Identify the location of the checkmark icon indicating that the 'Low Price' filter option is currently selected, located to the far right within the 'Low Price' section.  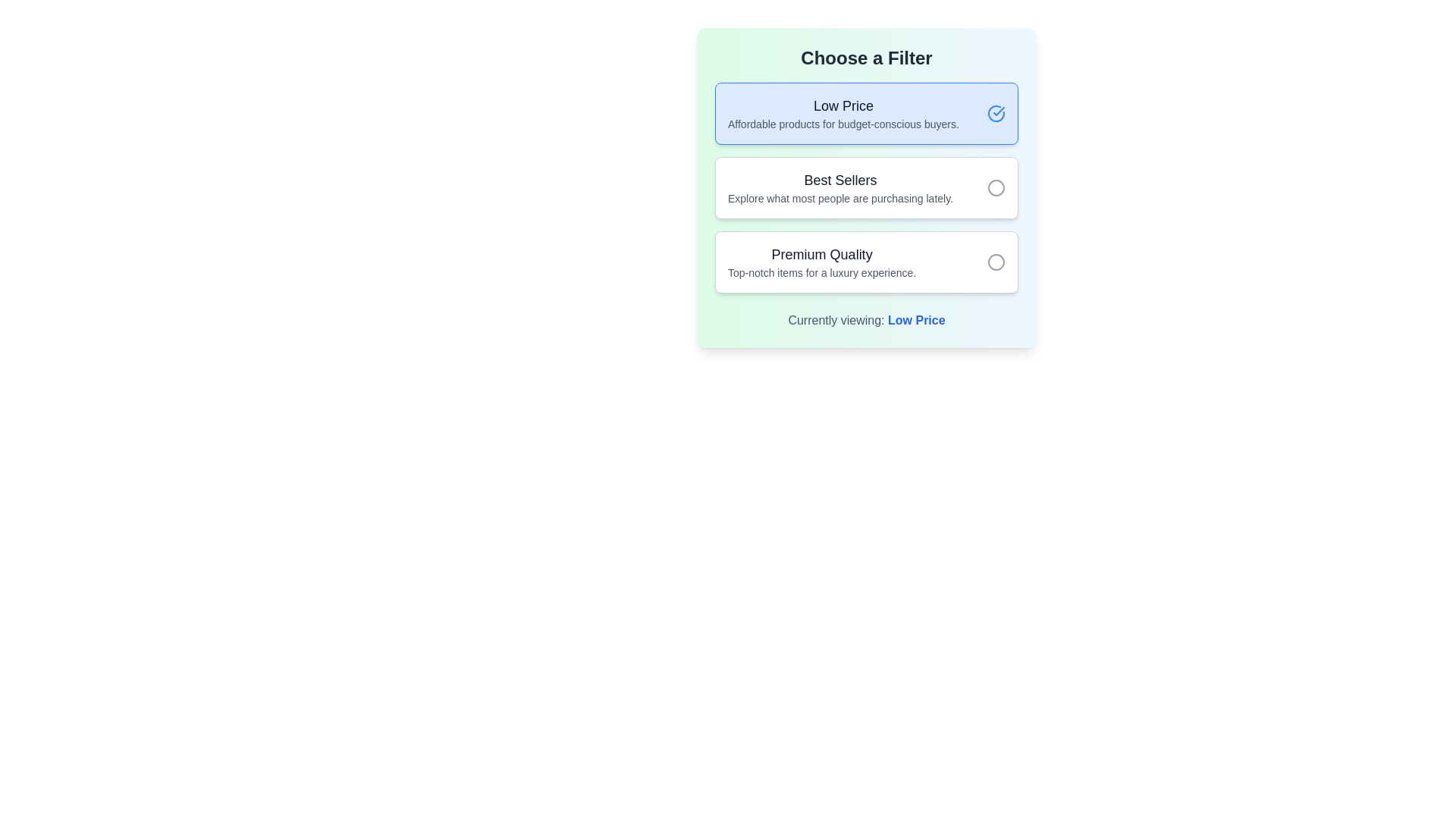
(996, 113).